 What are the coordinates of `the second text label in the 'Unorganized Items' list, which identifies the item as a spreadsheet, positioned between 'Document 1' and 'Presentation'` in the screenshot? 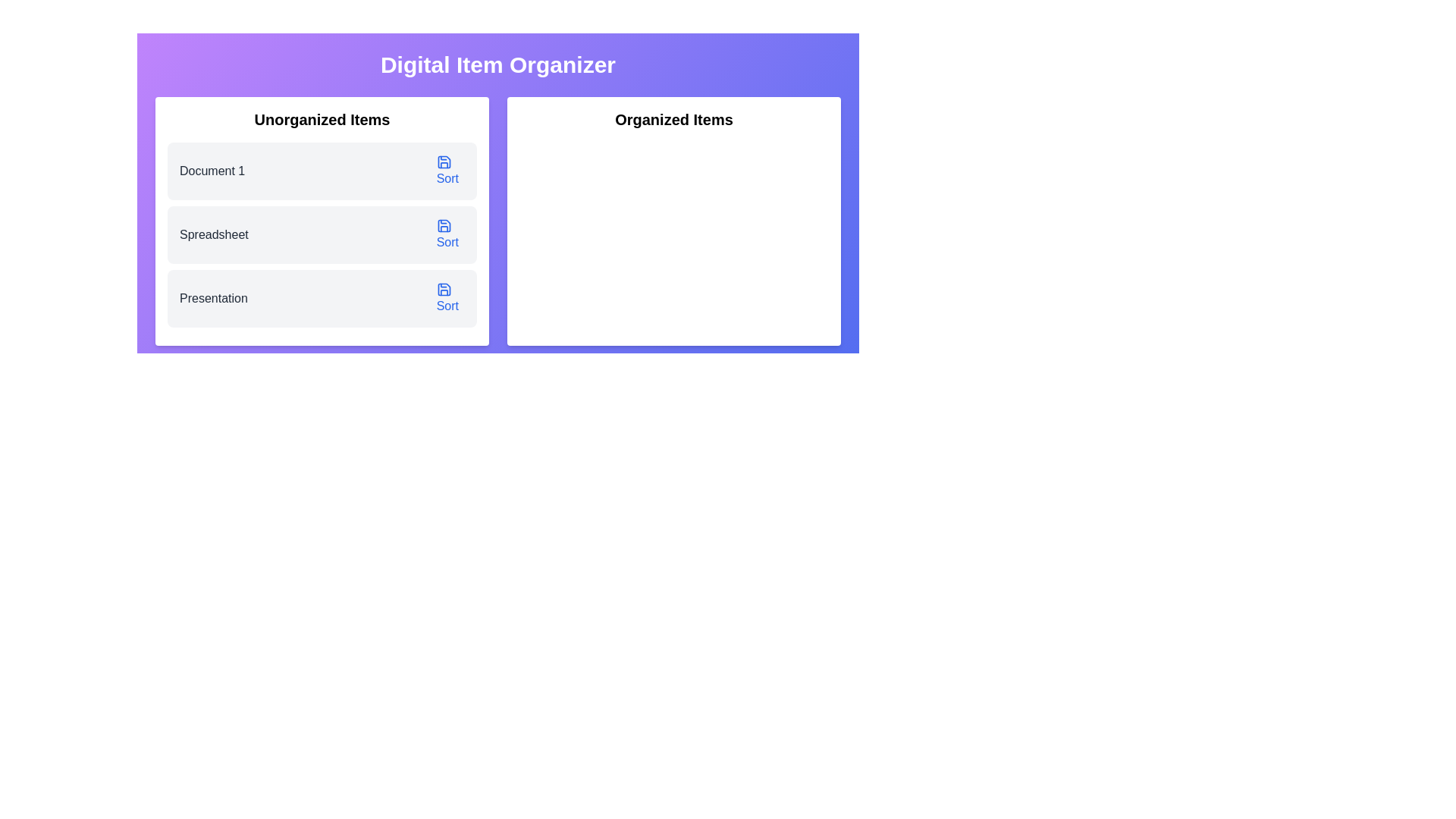 It's located at (213, 234).